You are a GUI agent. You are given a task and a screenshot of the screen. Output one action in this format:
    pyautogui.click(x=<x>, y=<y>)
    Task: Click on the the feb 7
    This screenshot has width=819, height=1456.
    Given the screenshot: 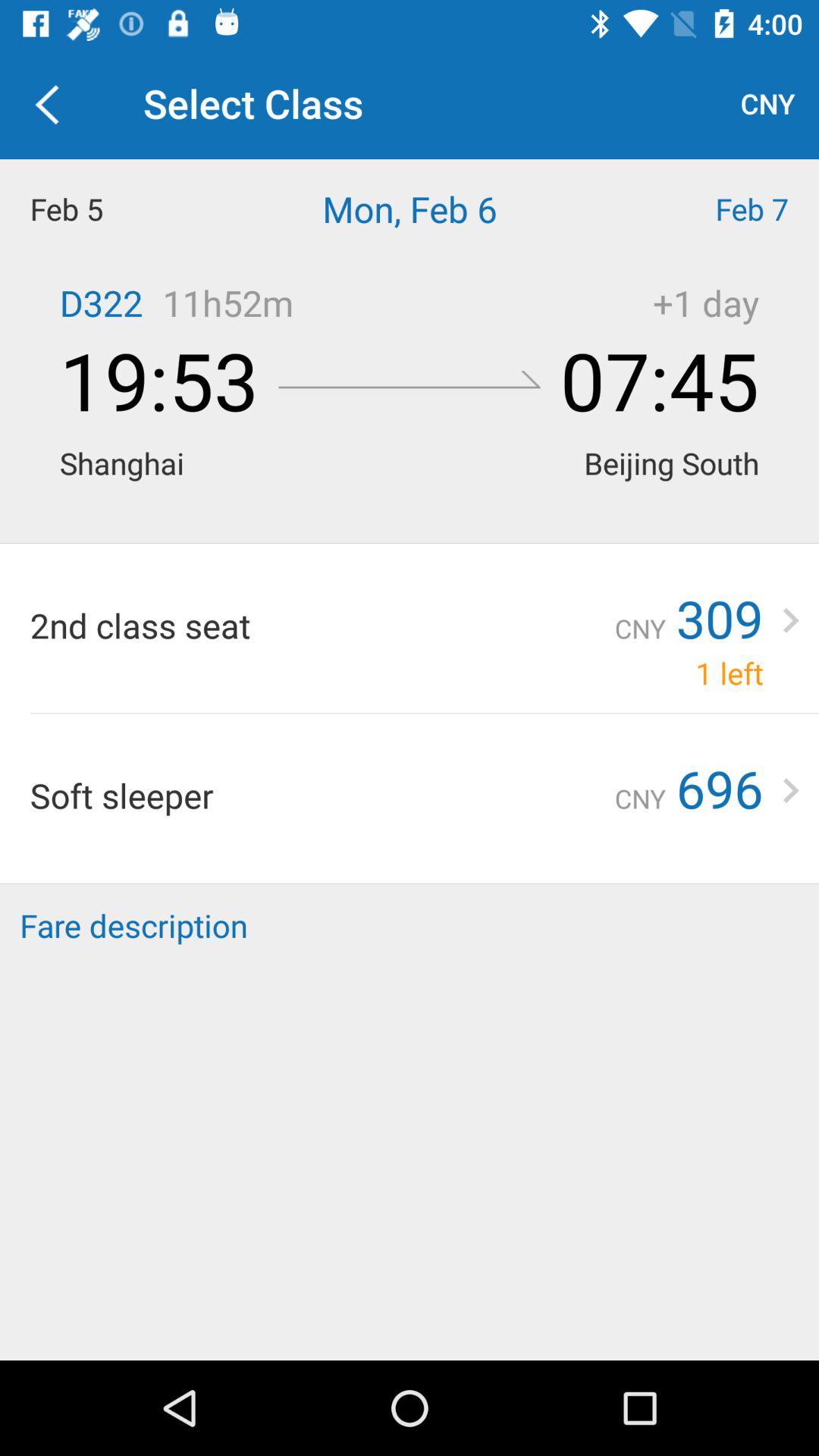 What is the action you would take?
    pyautogui.click(x=717, y=208)
    